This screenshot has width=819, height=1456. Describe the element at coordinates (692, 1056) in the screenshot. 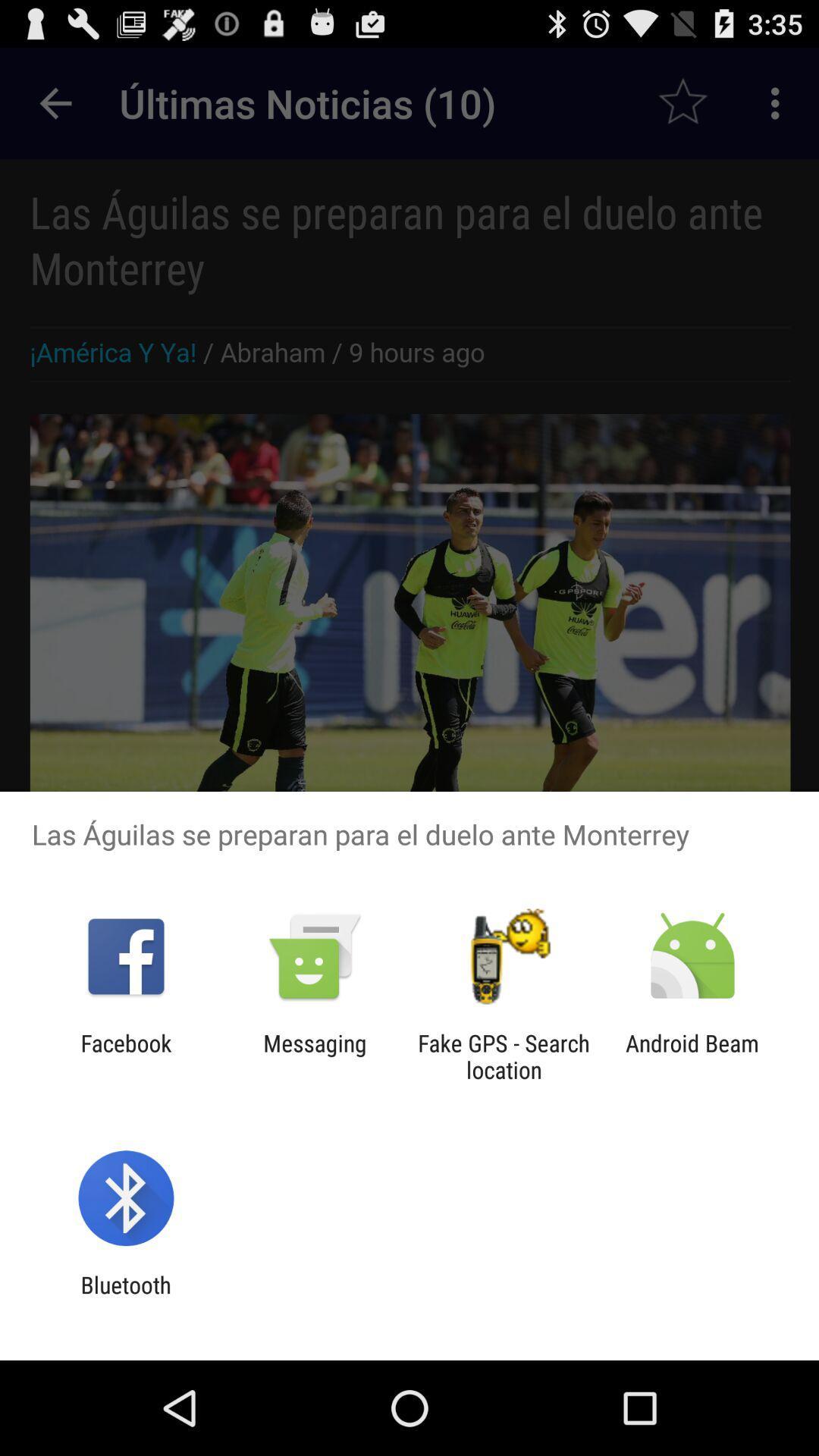

I see `android beam app` at that location.